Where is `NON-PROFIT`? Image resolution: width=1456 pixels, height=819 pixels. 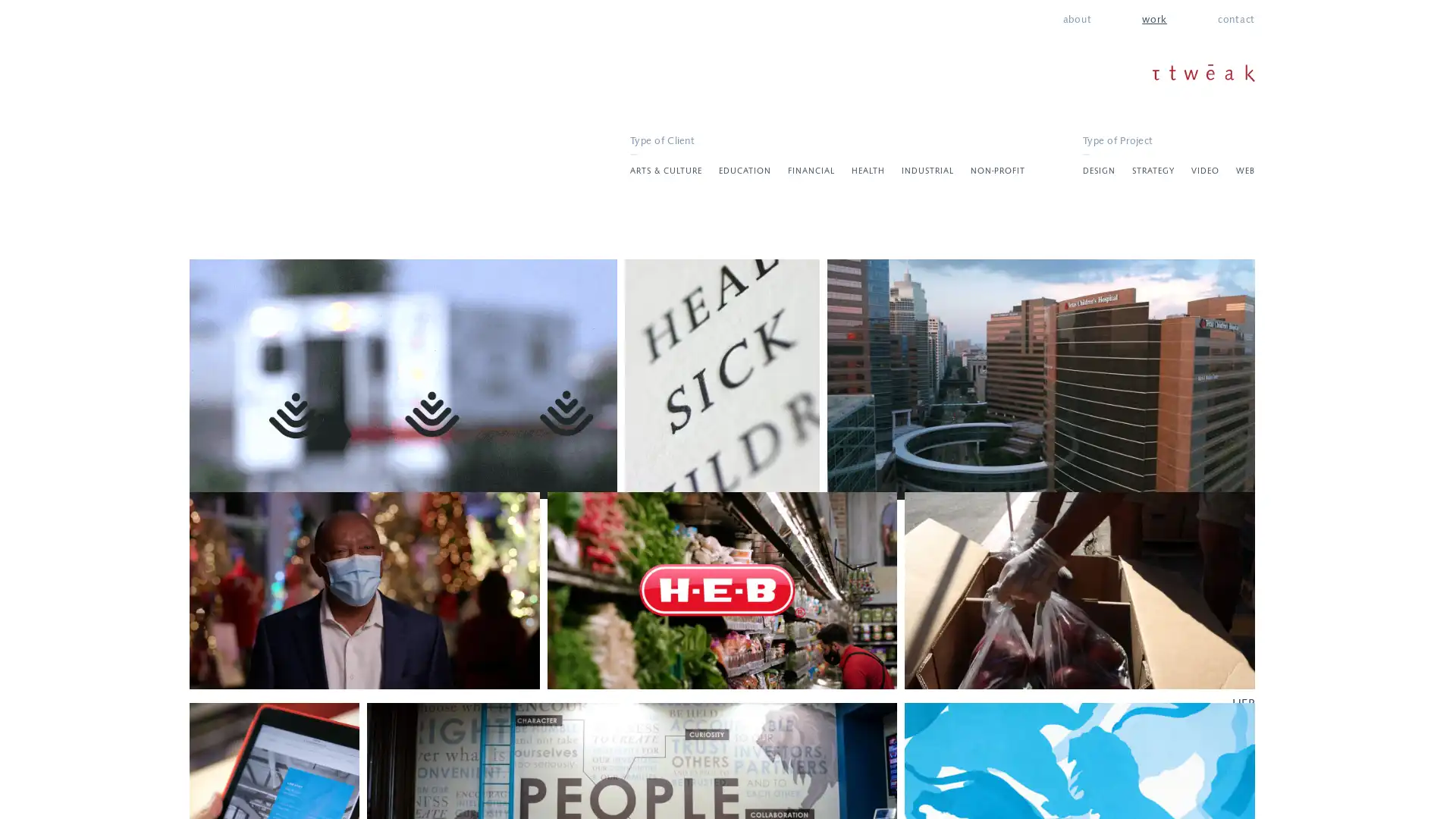 NON-PROFIT is located at coordinates (997, 171).